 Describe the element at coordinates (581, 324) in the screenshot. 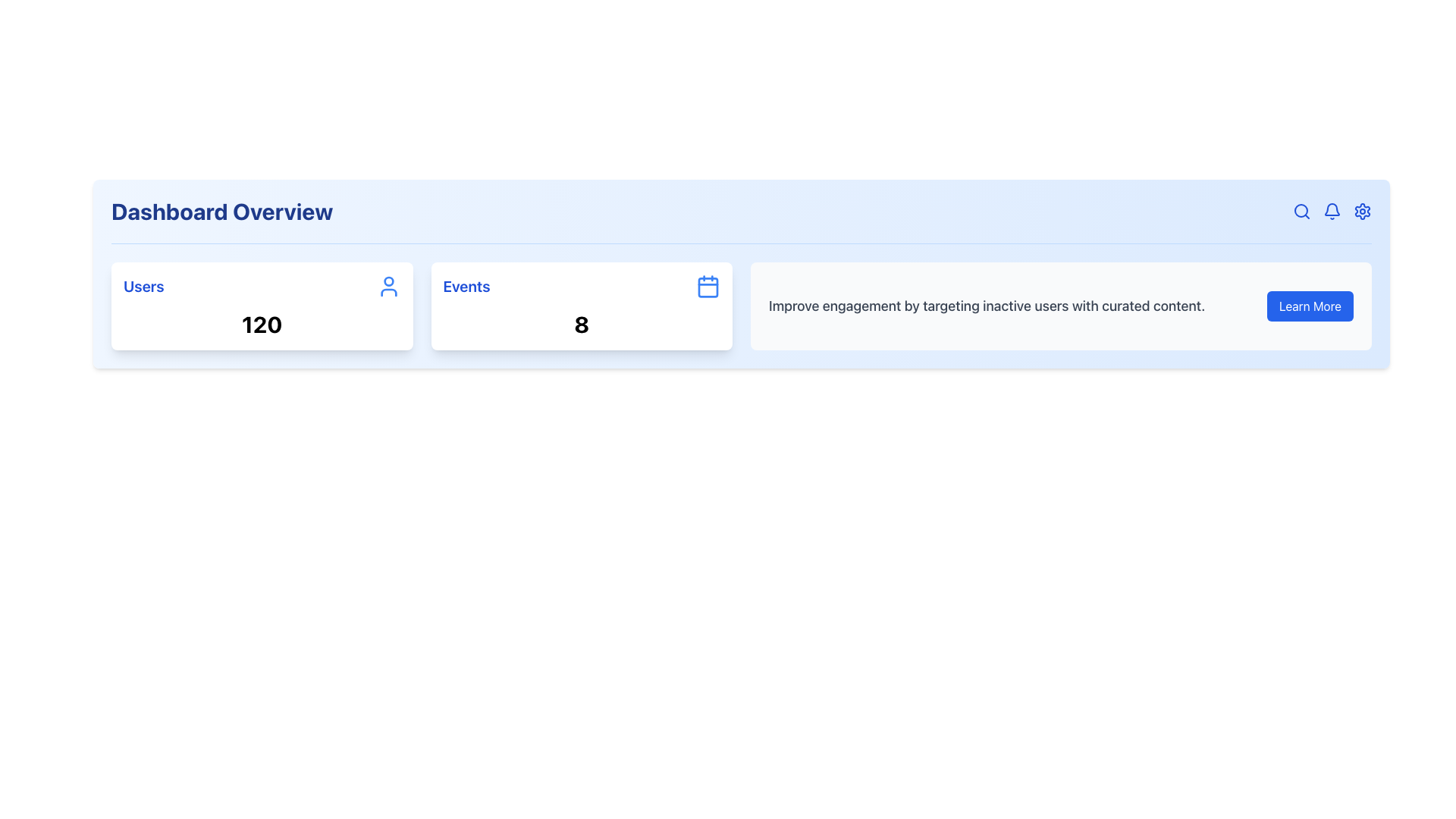

I see `the large, bold number '8' displayed in black text within the second card from the left, which is located below the 'Events' label and an adjacent calendar icon` at that location.